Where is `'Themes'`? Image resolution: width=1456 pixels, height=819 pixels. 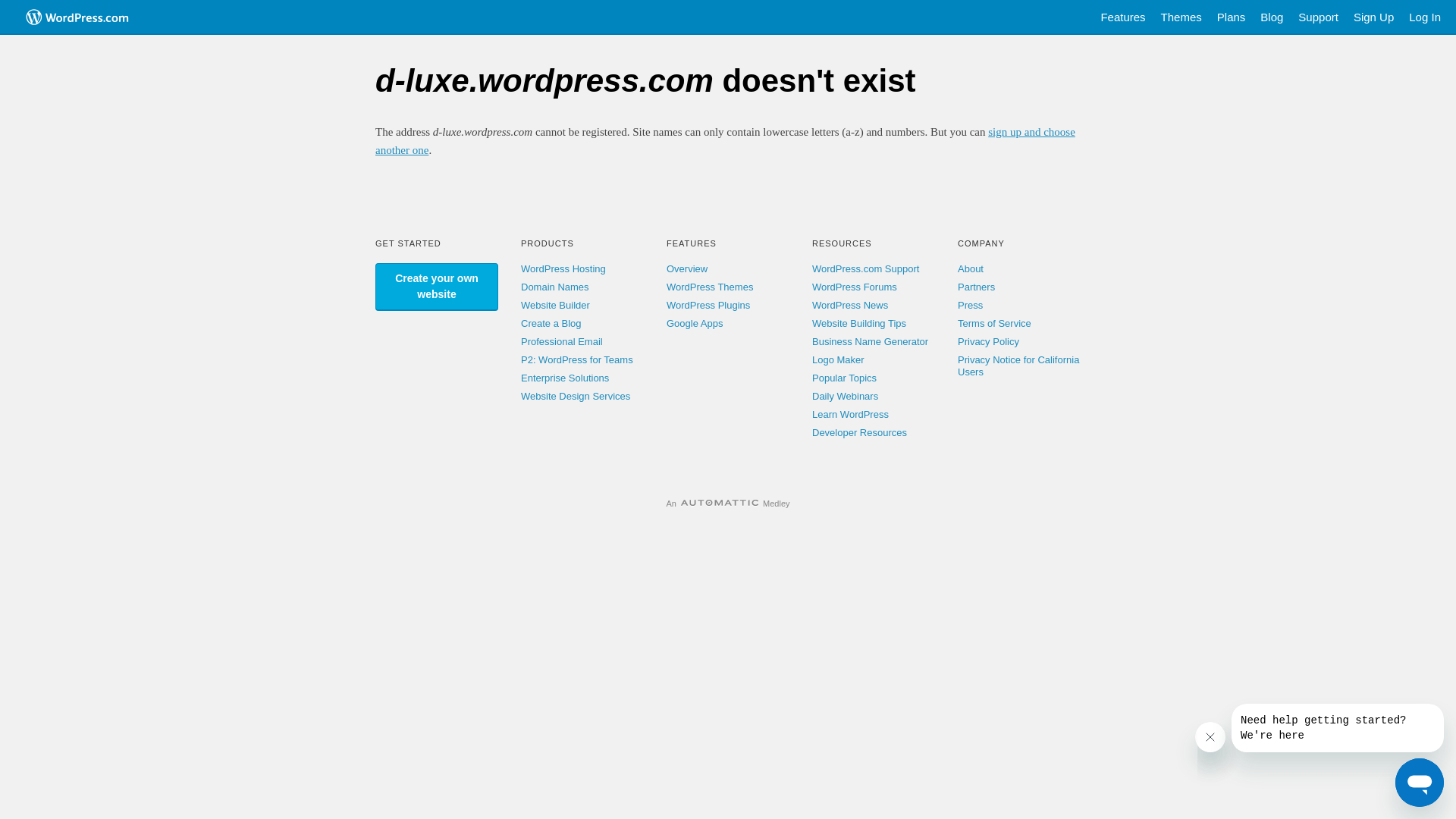
'Themes' is located at coordinates (1181, 17).